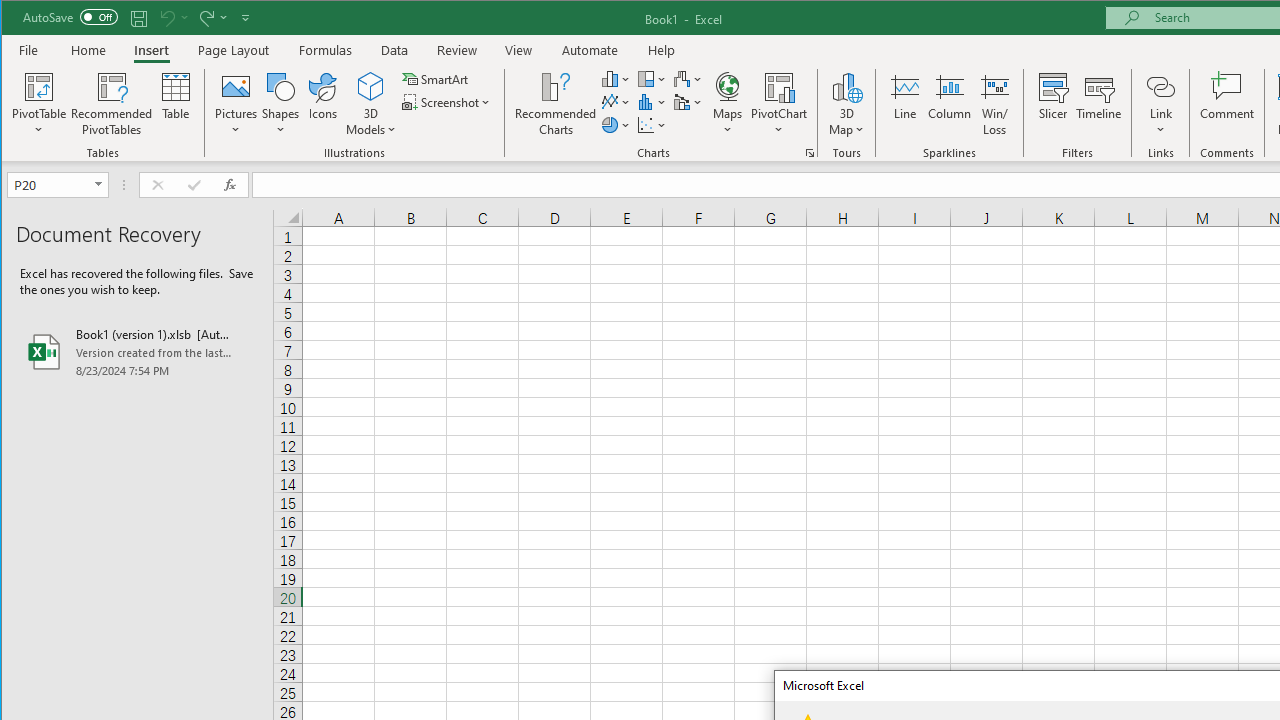  What do you see at coordinates (846, 104) in the screenshot?
I see `'3D Map'` at bounding box center [846, 104].